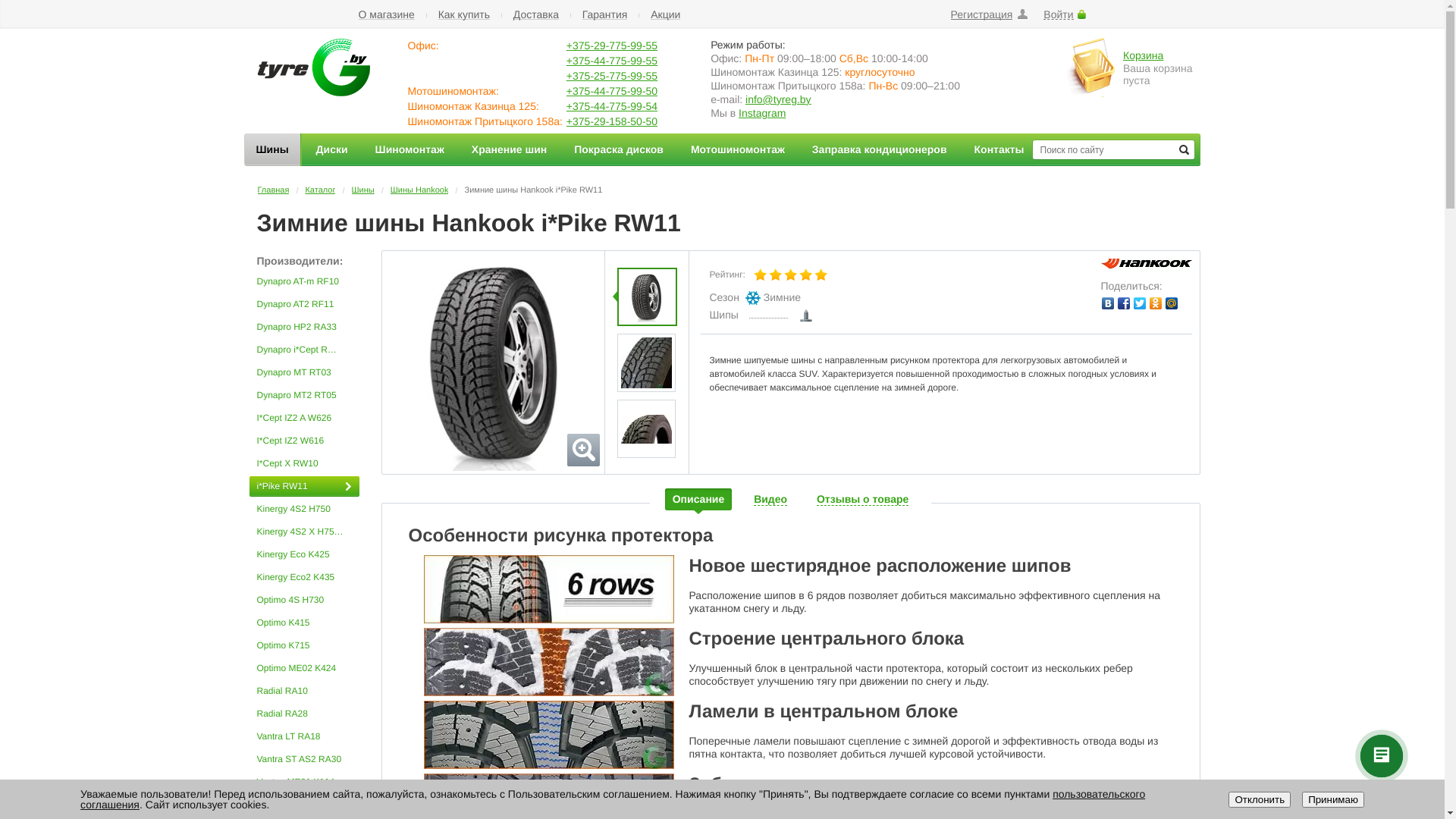 Image resolution: width=1456 pixels, height=819 pixels. What do you see at coordinates (611, 76) in the screenshot?
I see `'+375-25-775-99-55'` at bounding box center [611, 76].